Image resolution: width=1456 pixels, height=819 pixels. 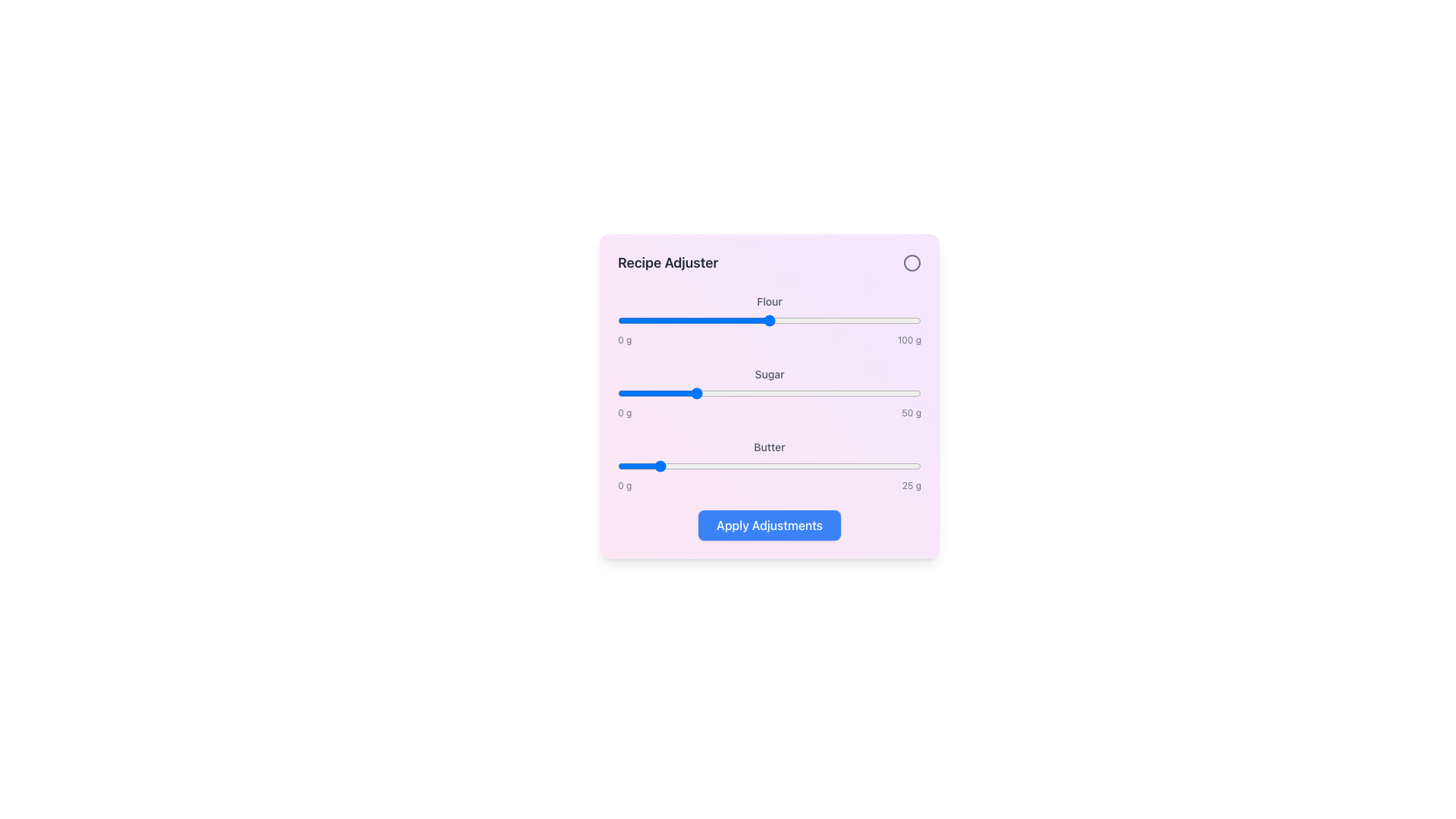 I want to click on sugar level, so click(x=878, y=393).